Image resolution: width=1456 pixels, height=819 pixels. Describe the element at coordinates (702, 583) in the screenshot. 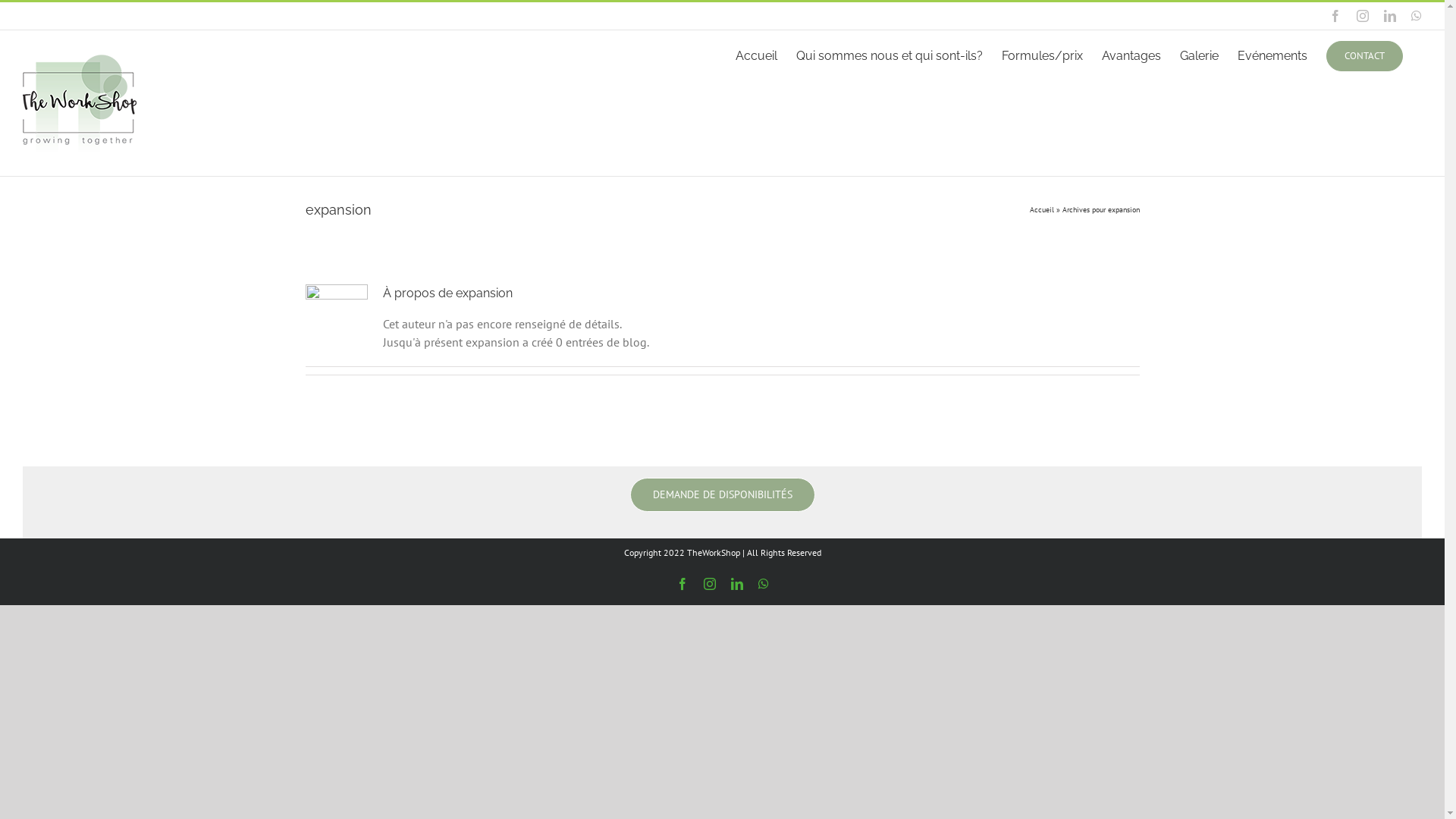

I see `'Instagram'` at that location.